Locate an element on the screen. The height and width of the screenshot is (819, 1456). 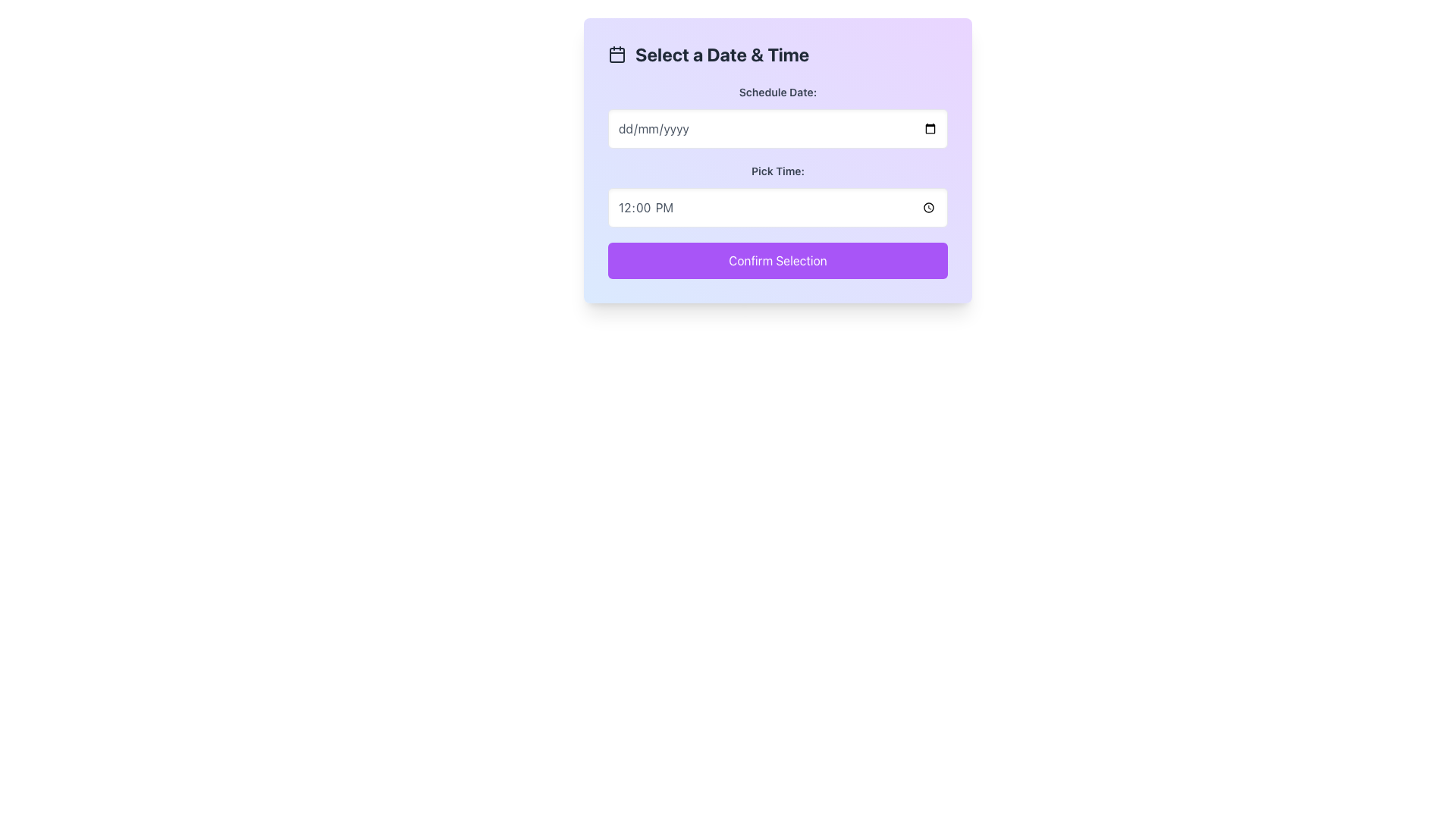
the Text label displaying 'Pick Time:' which is positioned below the 'Schedule Date:' label and above the time input field is located at coordinates (778, 171).